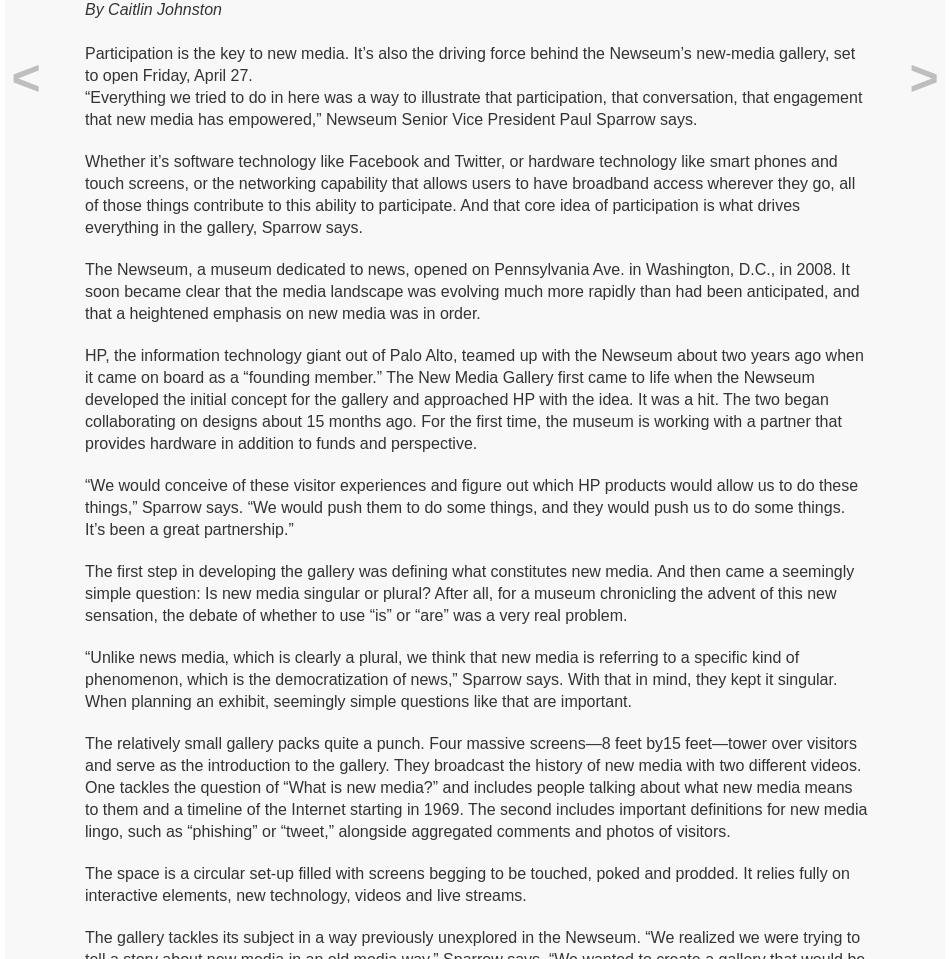 The height and width of the screenshot is (959, 950). What do you see at coordinates (470, 506) in the screenshot?
I see `'“We would conceive of these visitor experiences and figure out which HP products would allow us to do these things,” Sparrow says. “We would push them to do some things, and they would push us to do some things. It’s been a great partnership.”'` at bounding box center [470, 506].